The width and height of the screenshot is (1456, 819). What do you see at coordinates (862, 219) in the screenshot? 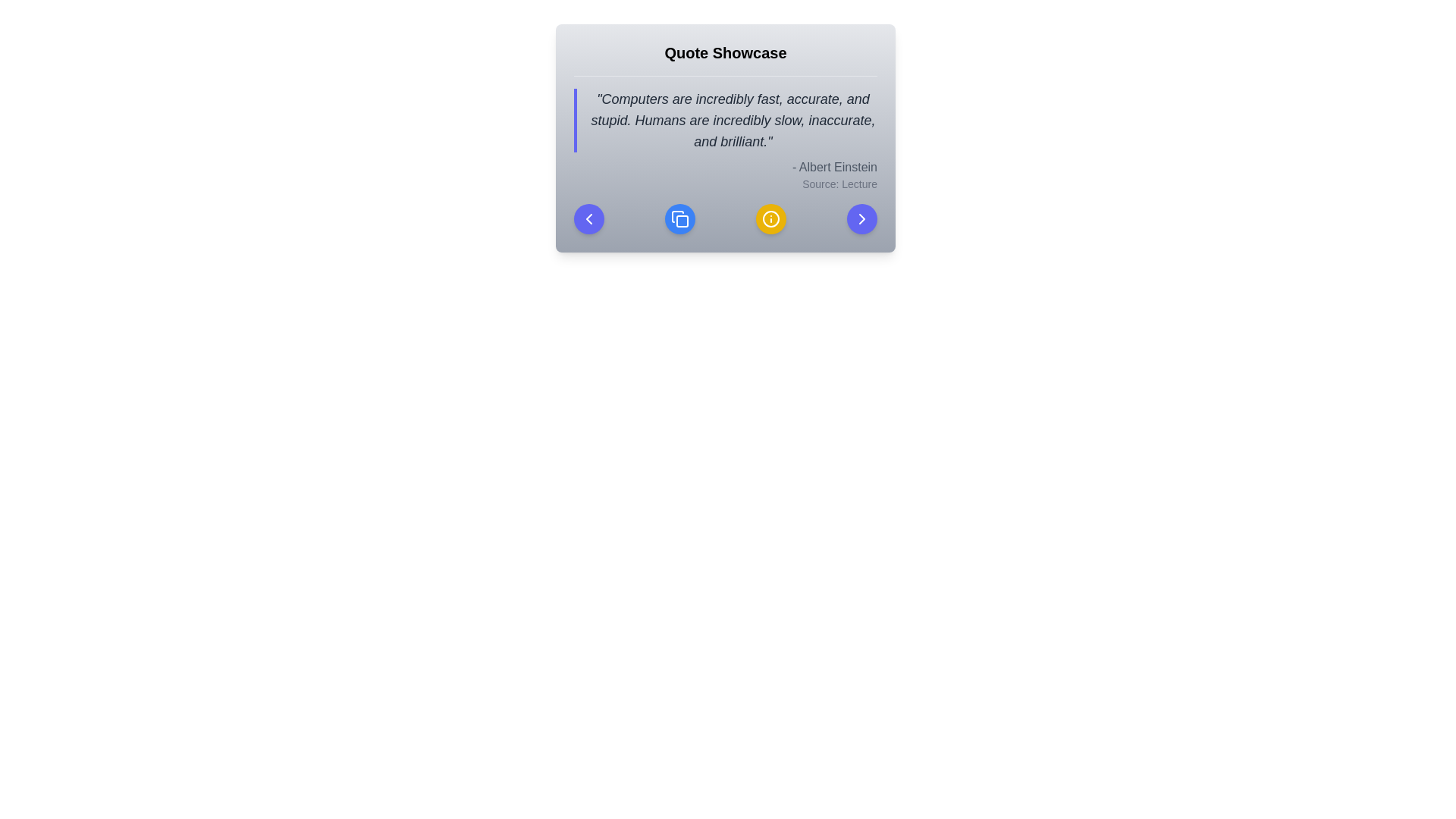
I see `the fourth button on the far right side of the button row` at bounding box center [862, 219].